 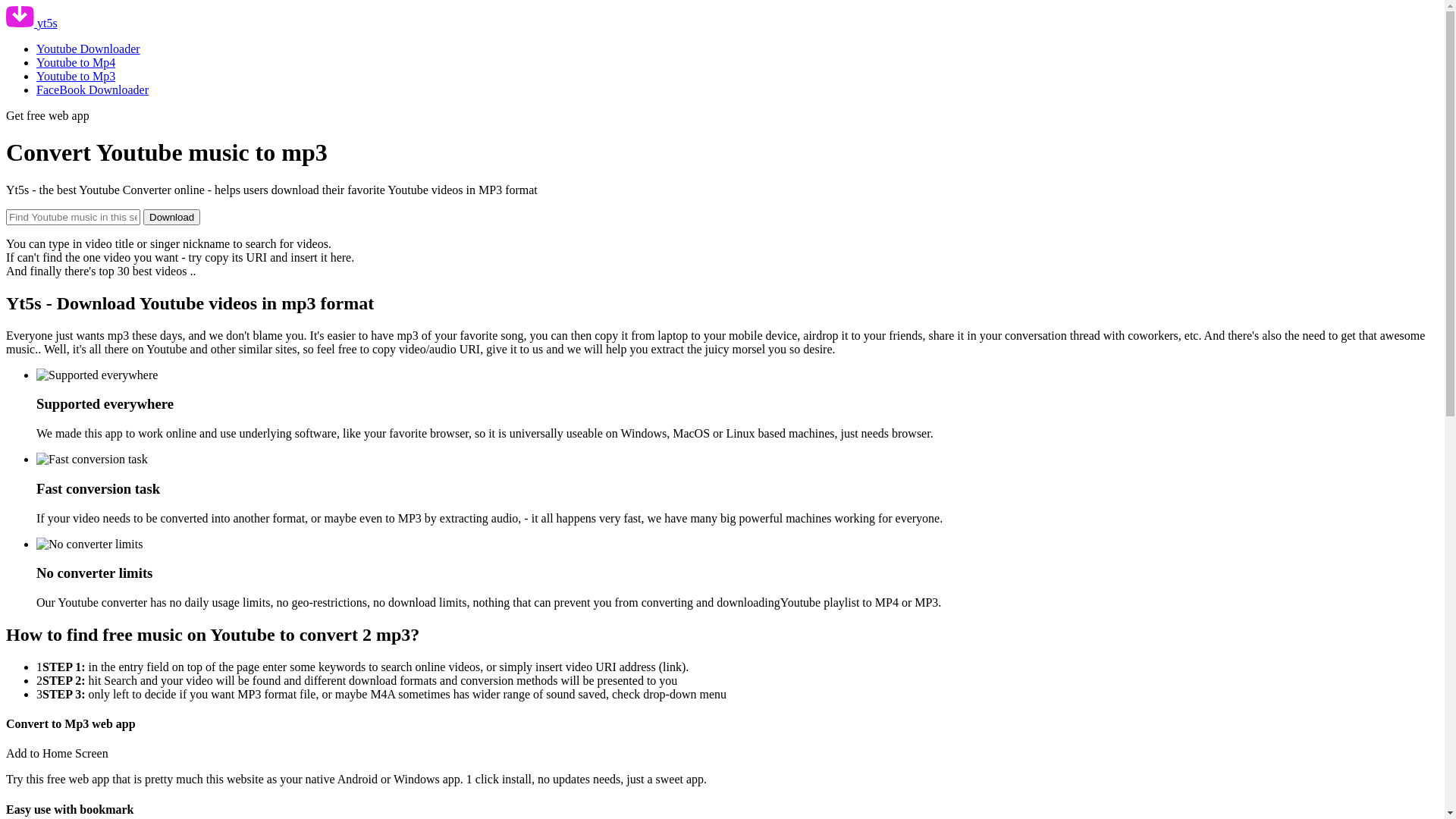 I want to click on 'Download', so click(x=171, y=217).